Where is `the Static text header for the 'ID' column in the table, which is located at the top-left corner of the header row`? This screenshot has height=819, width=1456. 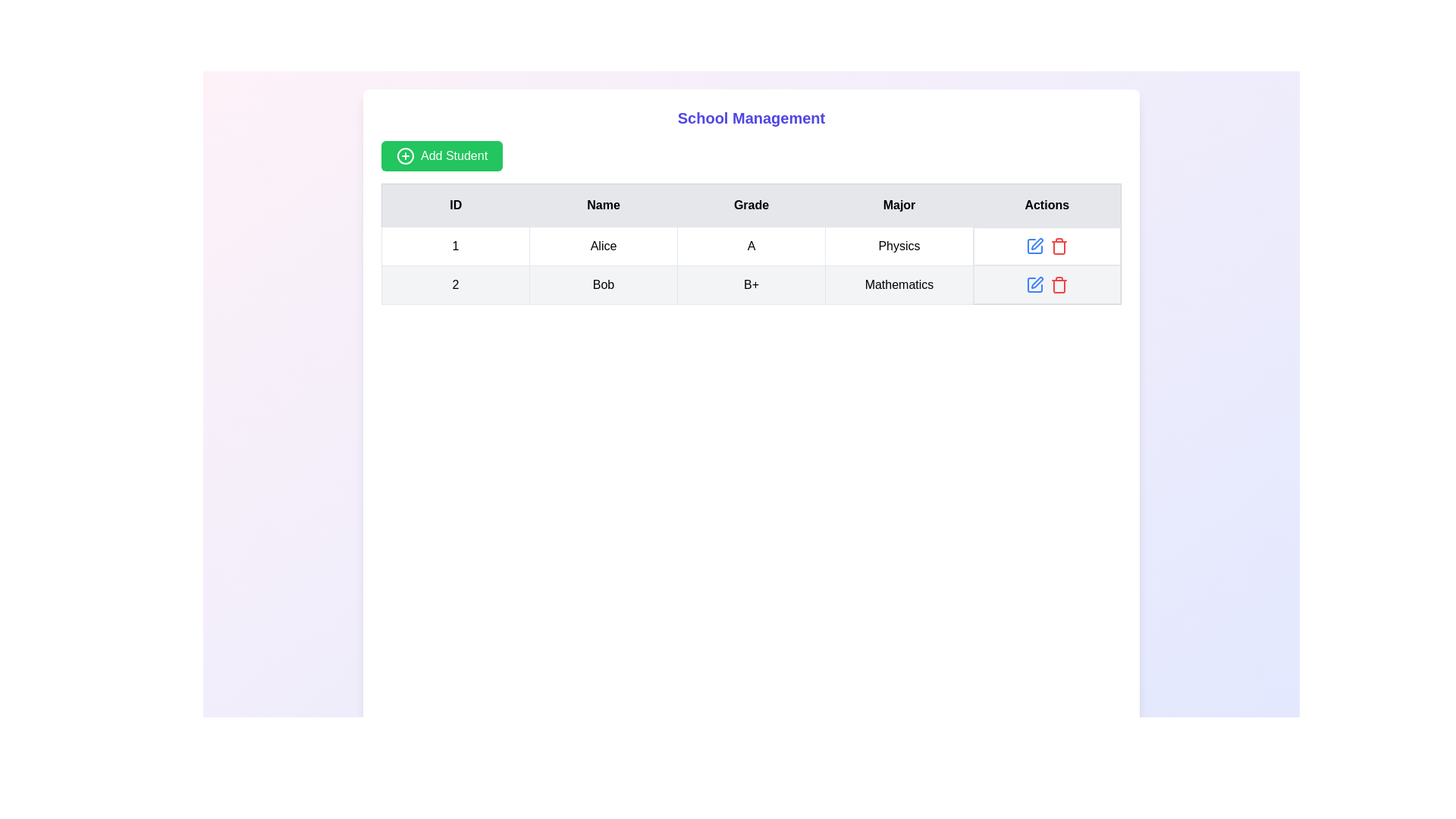
the Static text header for the 'ID' column in the table, which is located at the top-left corner of the header row is located at coordinates (454, 205).